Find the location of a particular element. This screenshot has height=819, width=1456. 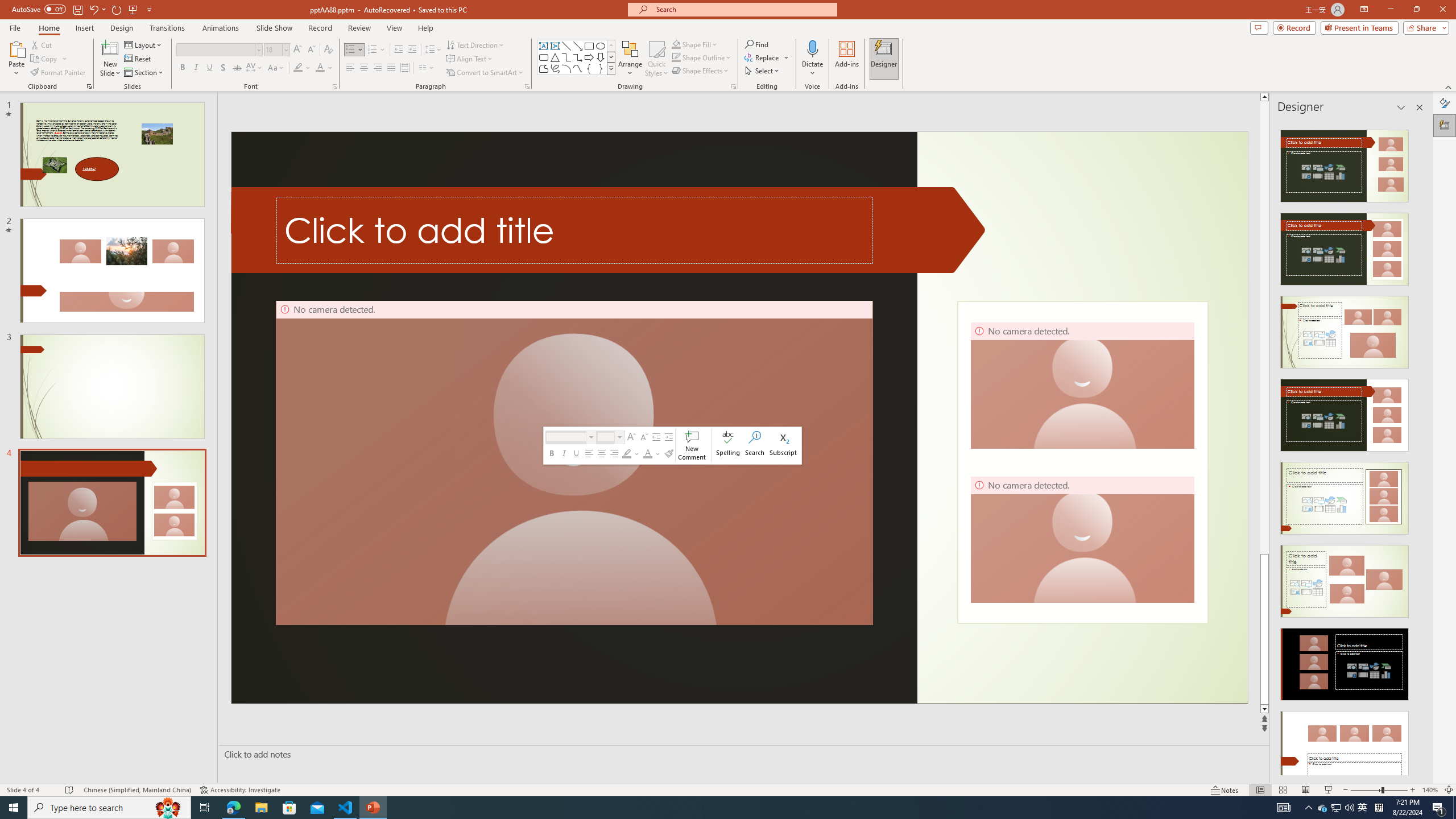

'Camera 4, No camera detected.' is located at coordinates (1082, 539).